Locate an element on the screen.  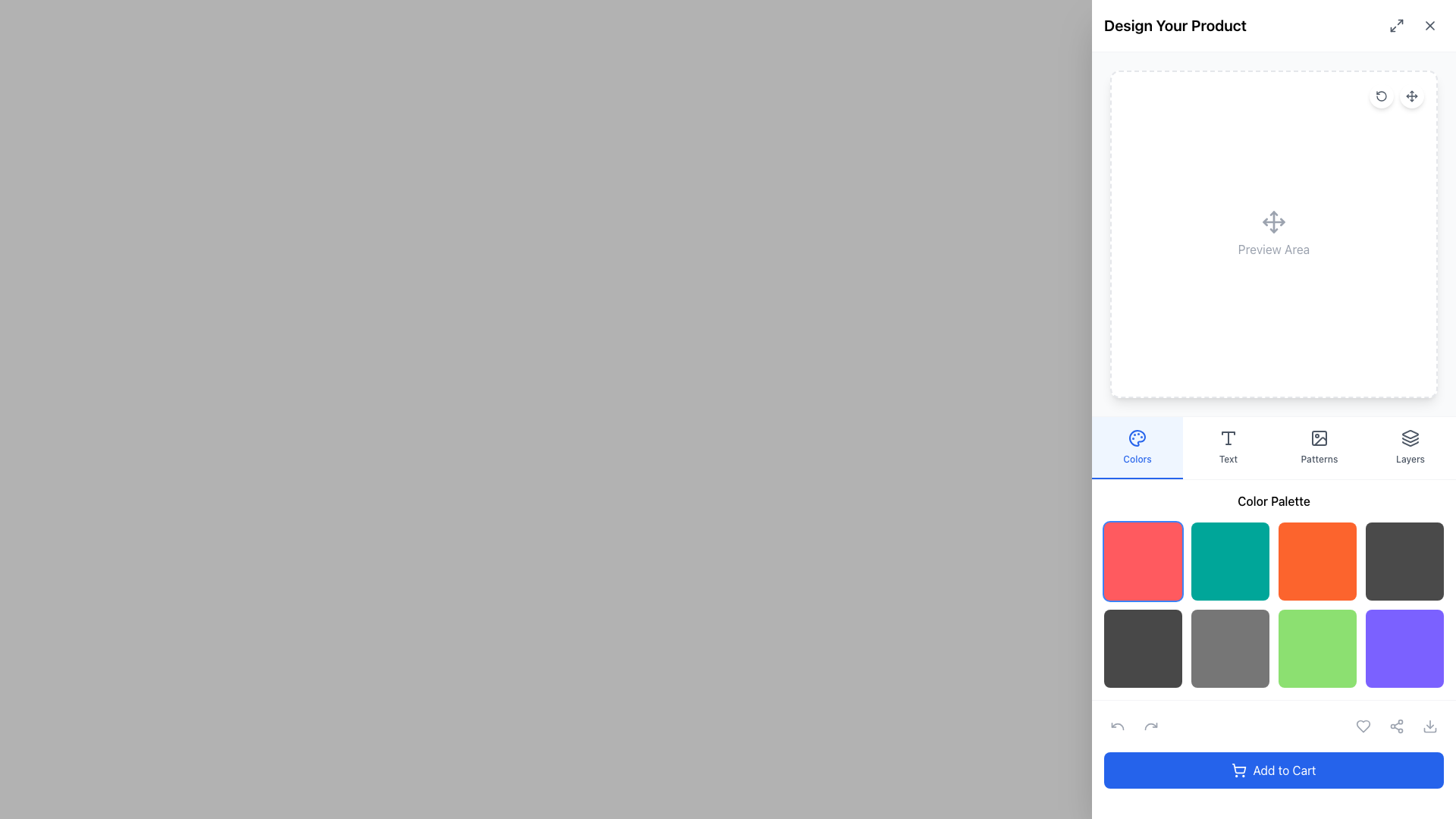
the text tool icon located in the right-side control panel, which is the second icon in the horizontal list between the 'Colors' and 'Patterns' icons is located at coordinates (1228, 438).